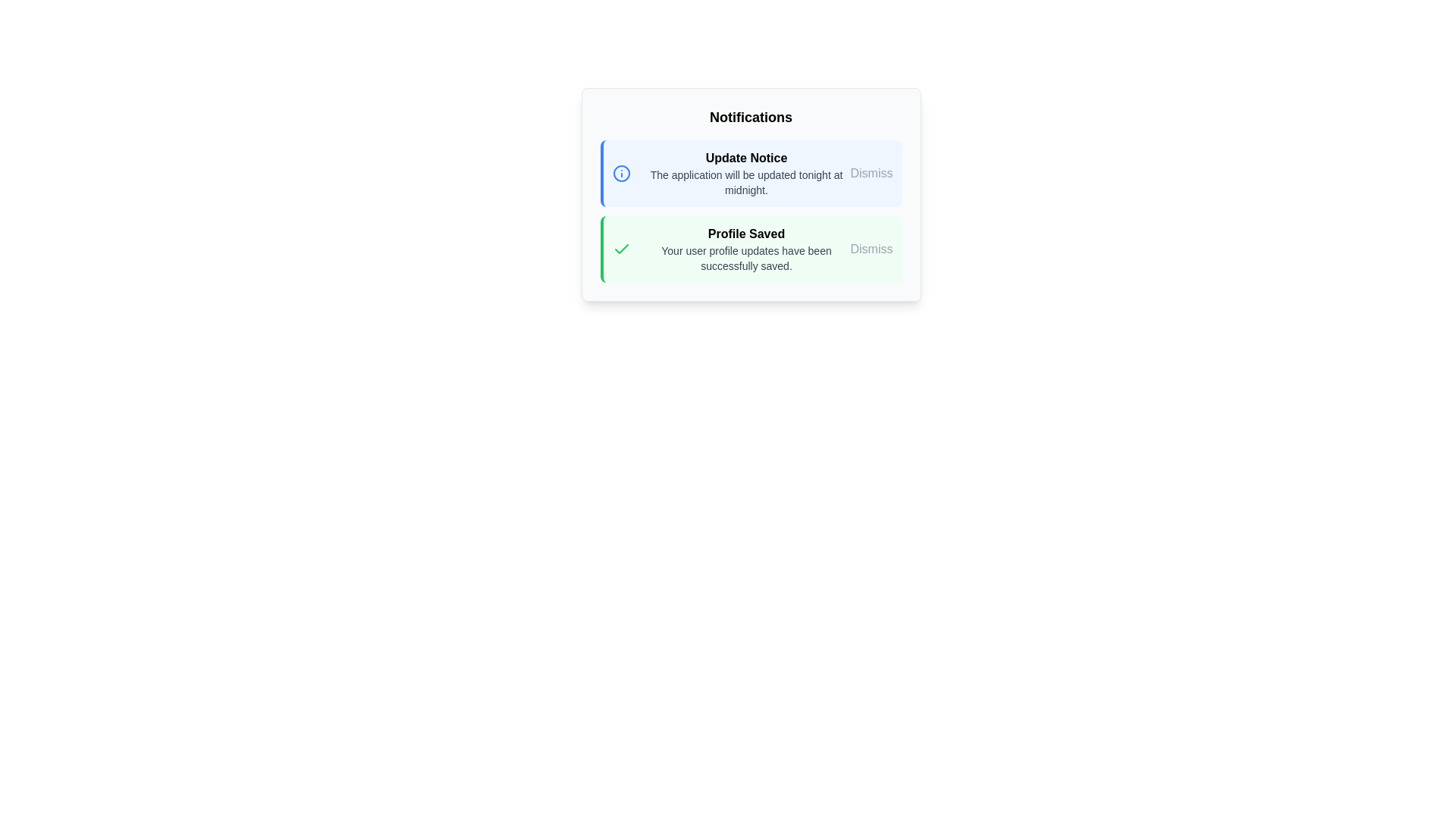  Describe the element at coordinates (871, 248) in the screenshot. I see `the dismiss button located at the top-right corner of the 'Profile Saved' notification section` at that location.